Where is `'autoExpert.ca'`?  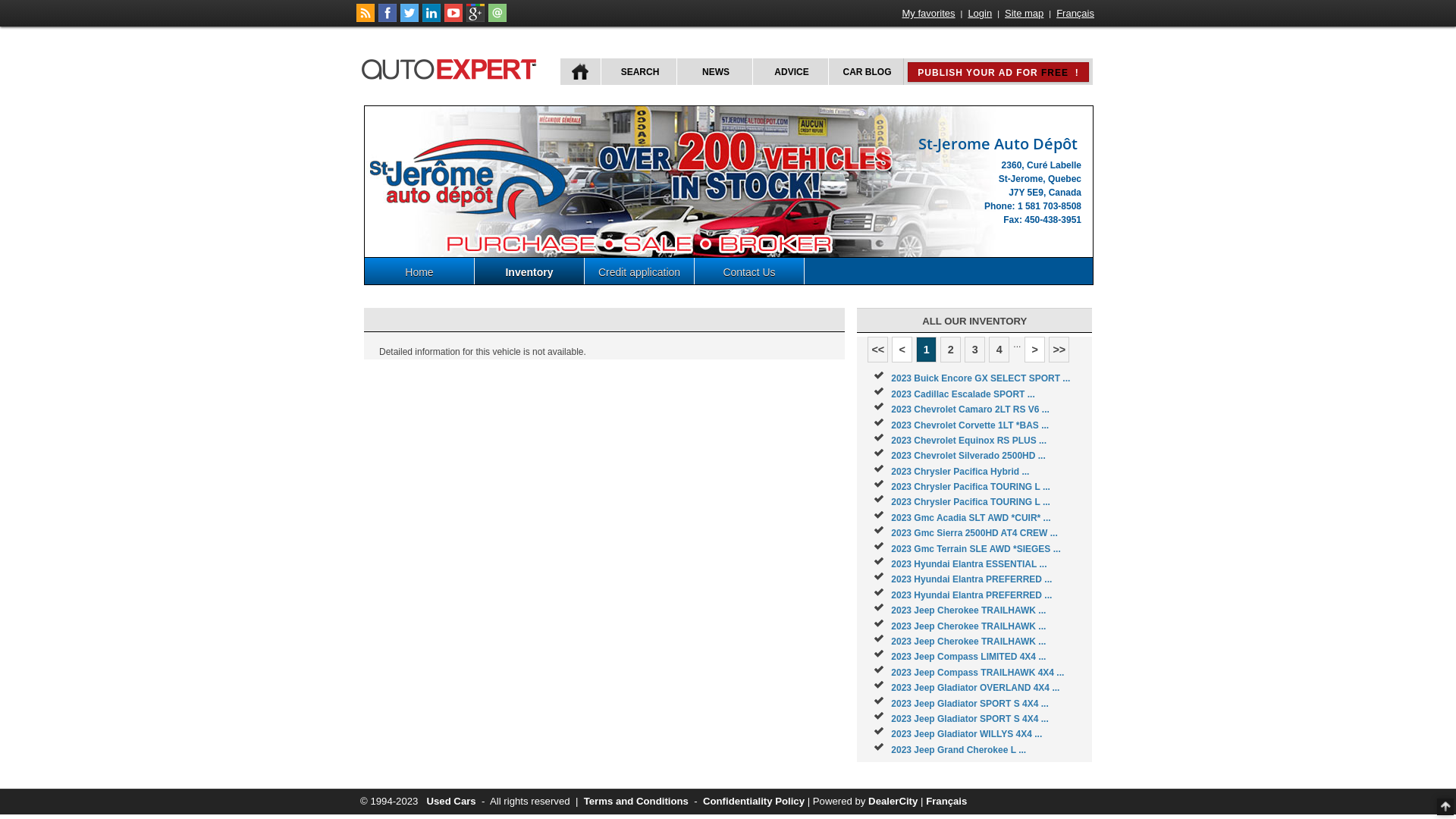 'autoExpert.ca' is located at coordinates (450, 66).